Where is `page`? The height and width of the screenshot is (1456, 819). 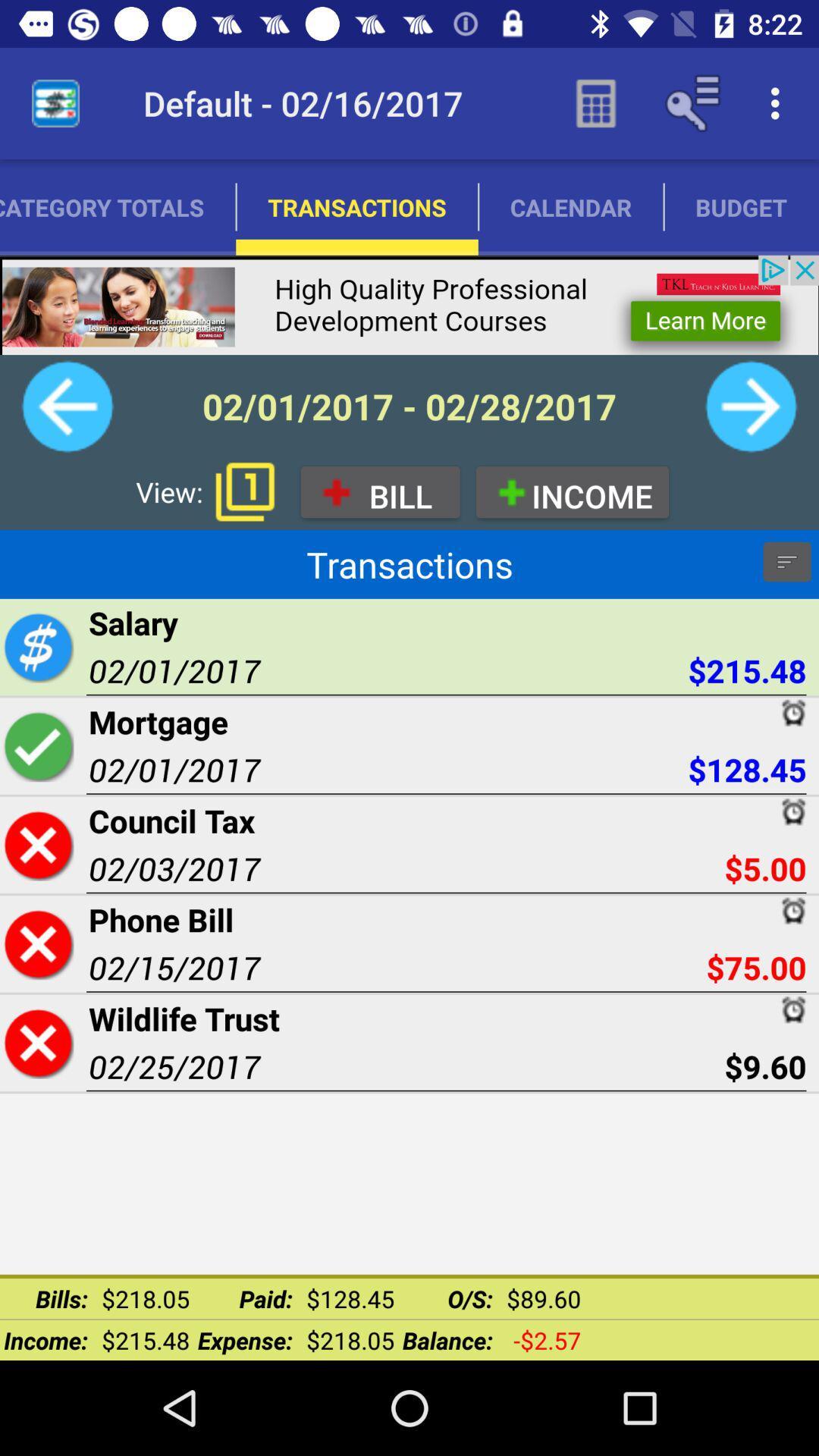
page is located at coordinates (37, 943).